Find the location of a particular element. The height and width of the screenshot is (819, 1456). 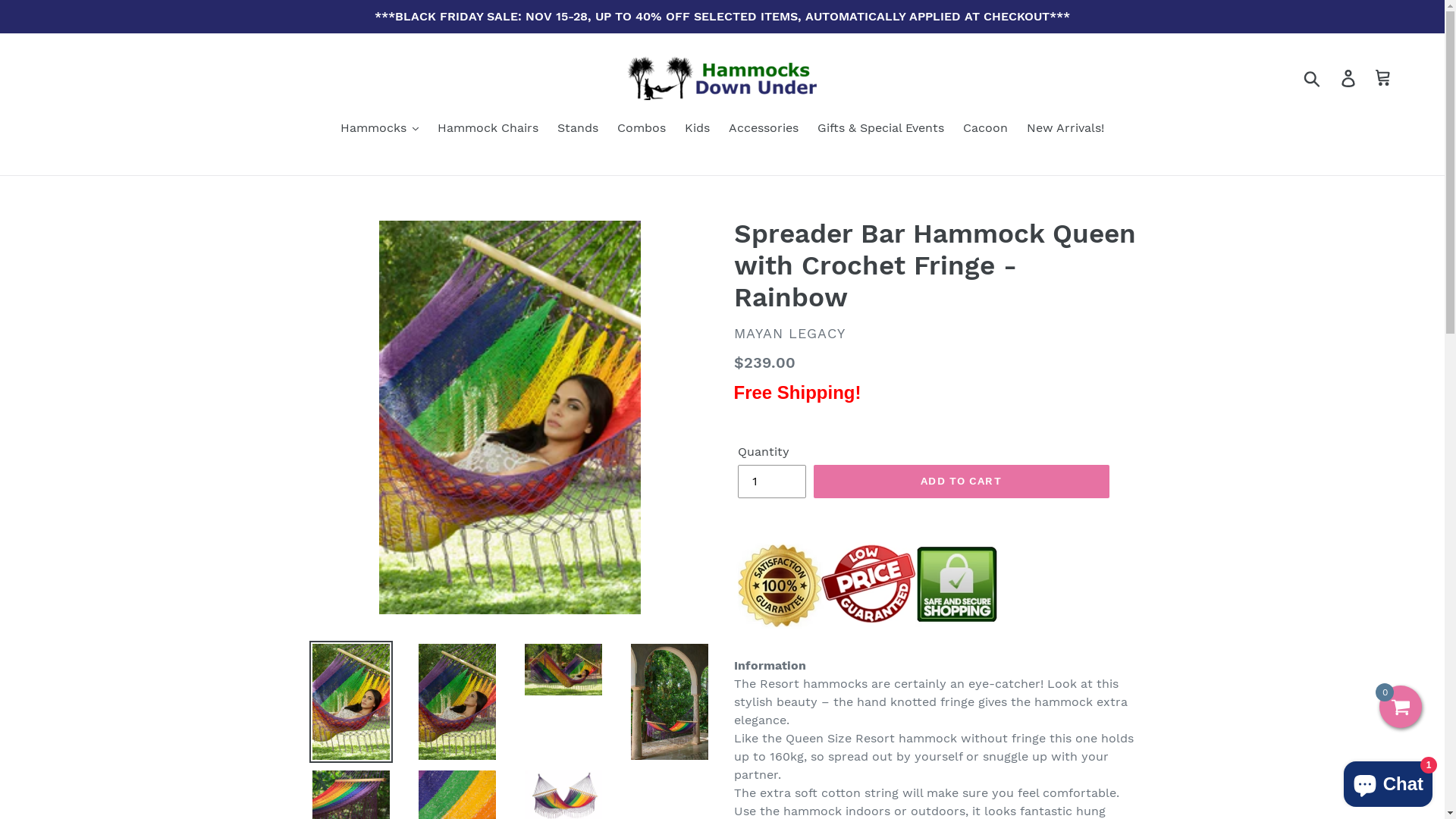

'Gifts & Special Events' is located at coordinates (880, 128).